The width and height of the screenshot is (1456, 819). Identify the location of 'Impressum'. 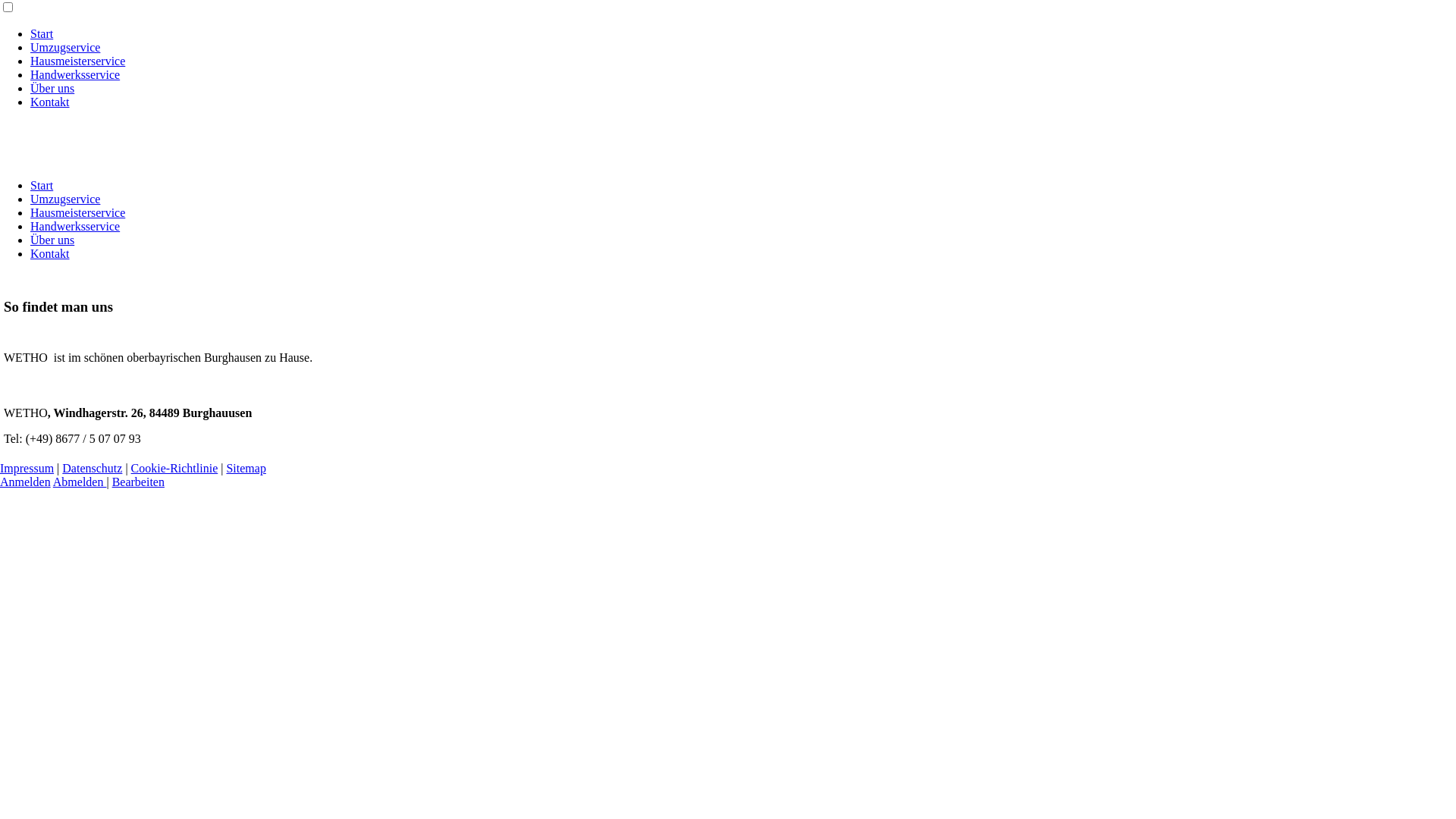
(27, 467).